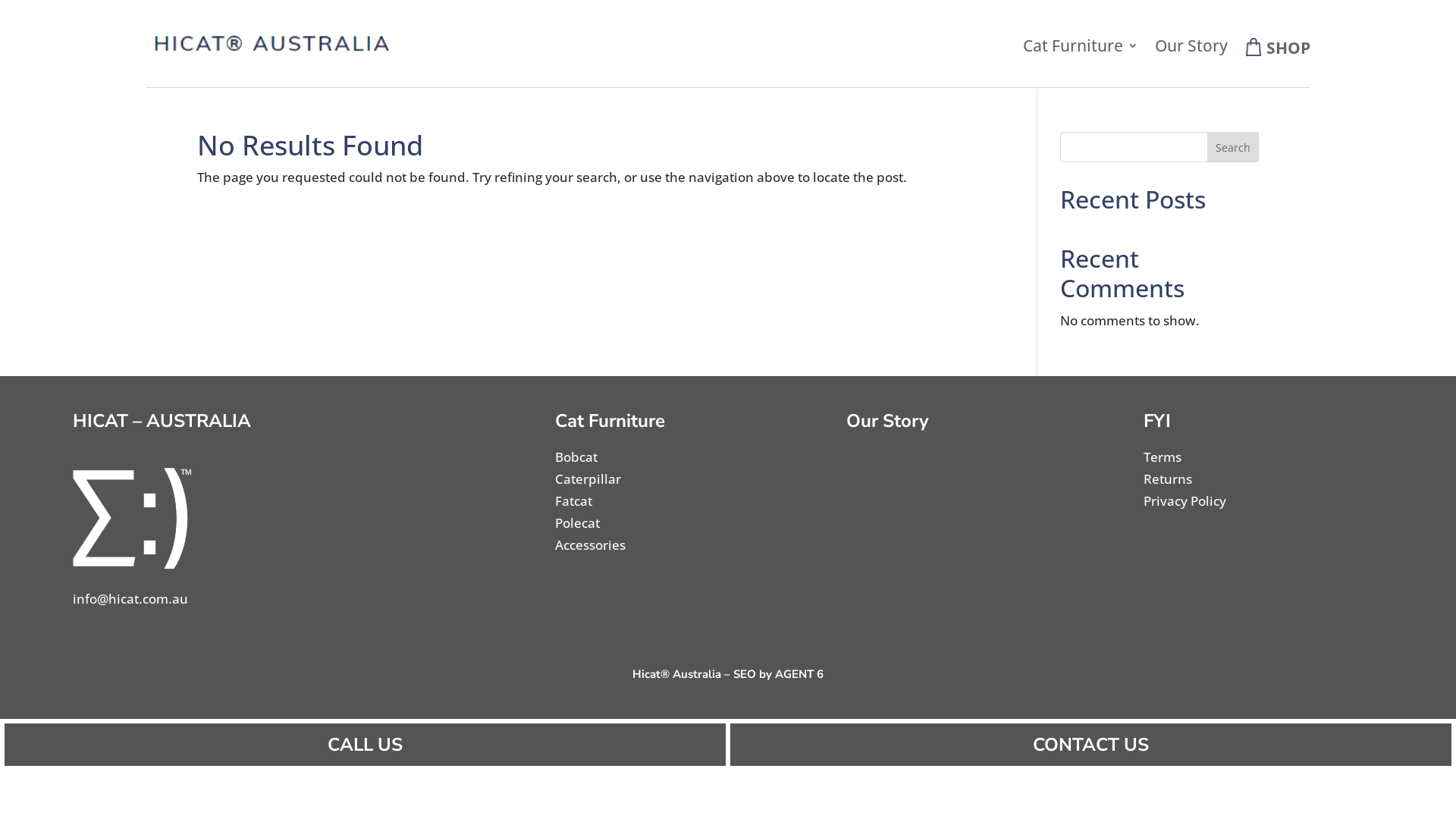 The width and height of the screenshot is (1456, 819). I want to click on 'Returns', so click(1167, 479).